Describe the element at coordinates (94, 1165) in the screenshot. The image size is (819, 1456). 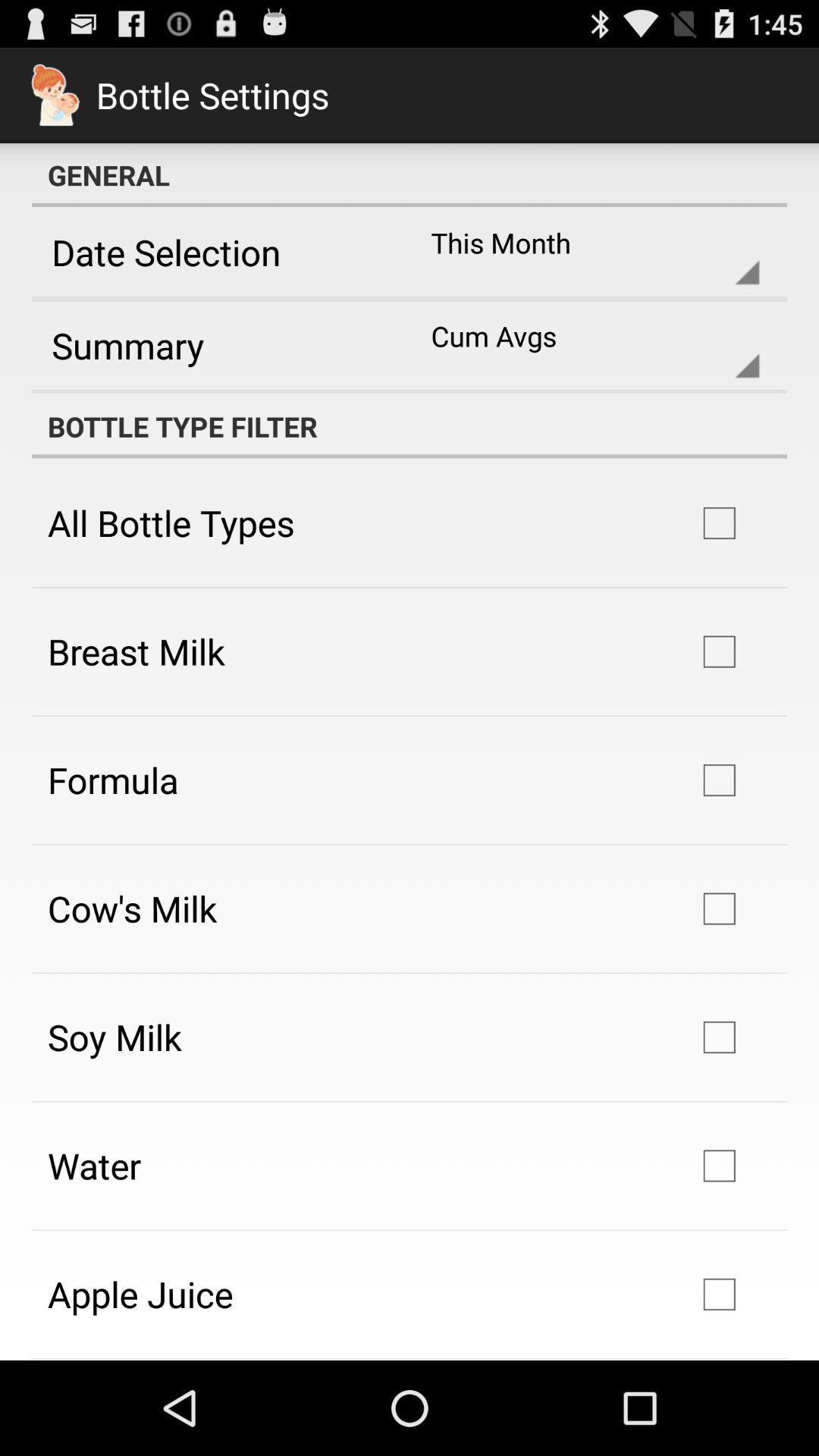
I see `the water icon` at that location.